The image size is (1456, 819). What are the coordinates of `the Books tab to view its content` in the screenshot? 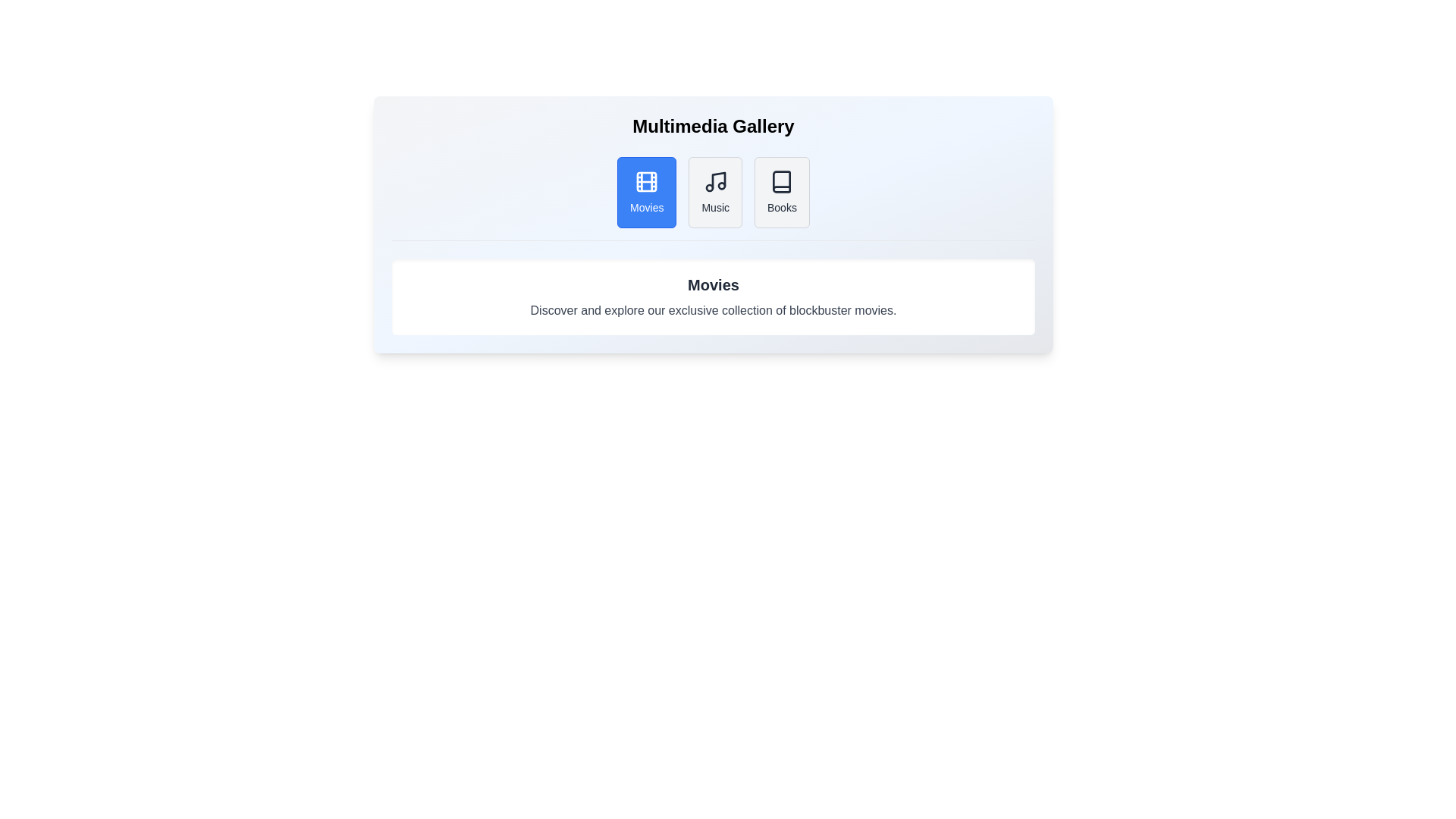 It's located at (782, 192).